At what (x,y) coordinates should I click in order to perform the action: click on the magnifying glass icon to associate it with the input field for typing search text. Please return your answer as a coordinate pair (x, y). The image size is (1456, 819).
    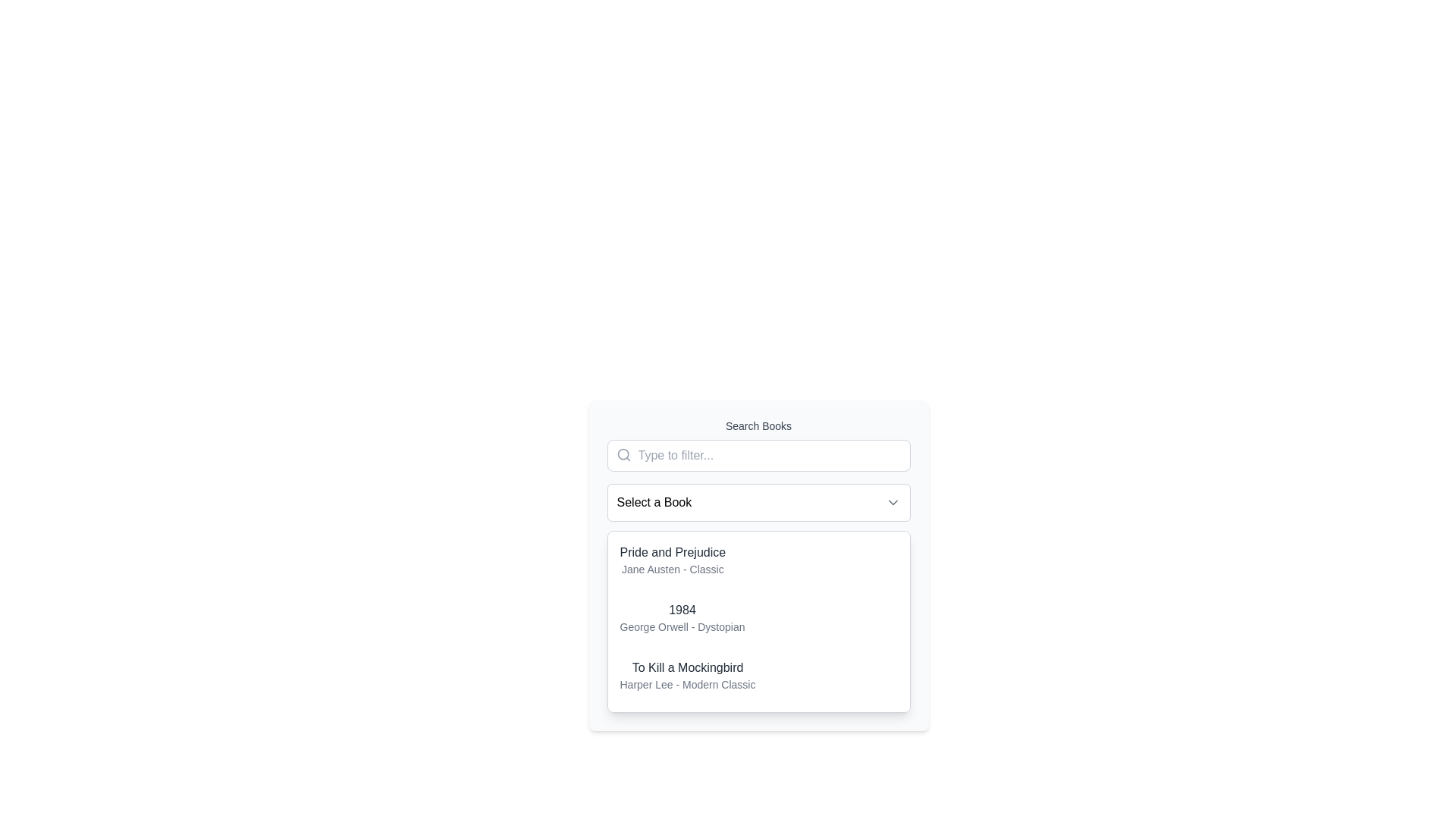
    Looking at the image, I should click on (623, 454).